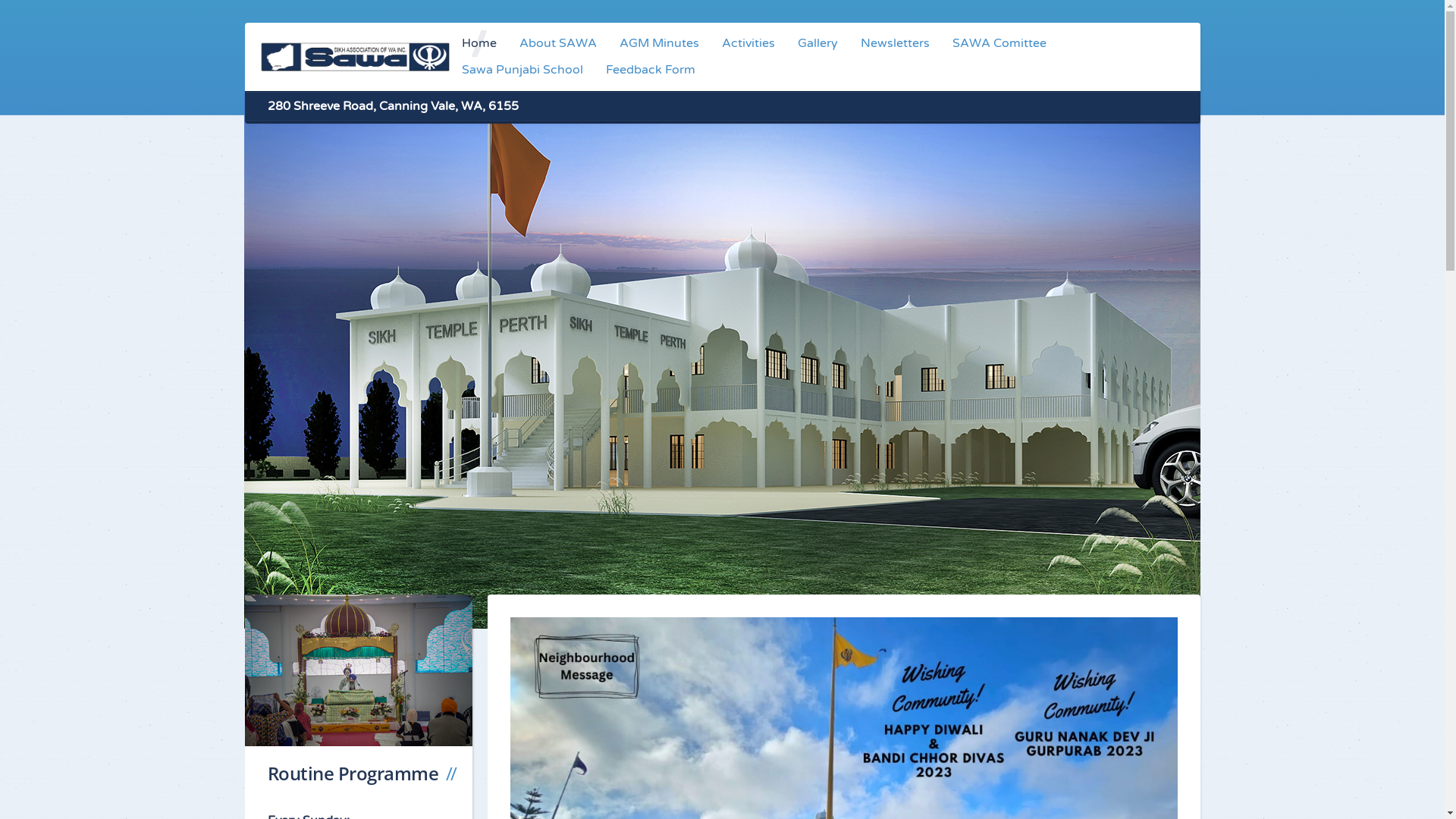 Image resolution: width=1456 pixels, height=819 pixels. Describe the element at coordinates (659, 42) in the screenshot. I see `'AGM Minutes'` at that location.